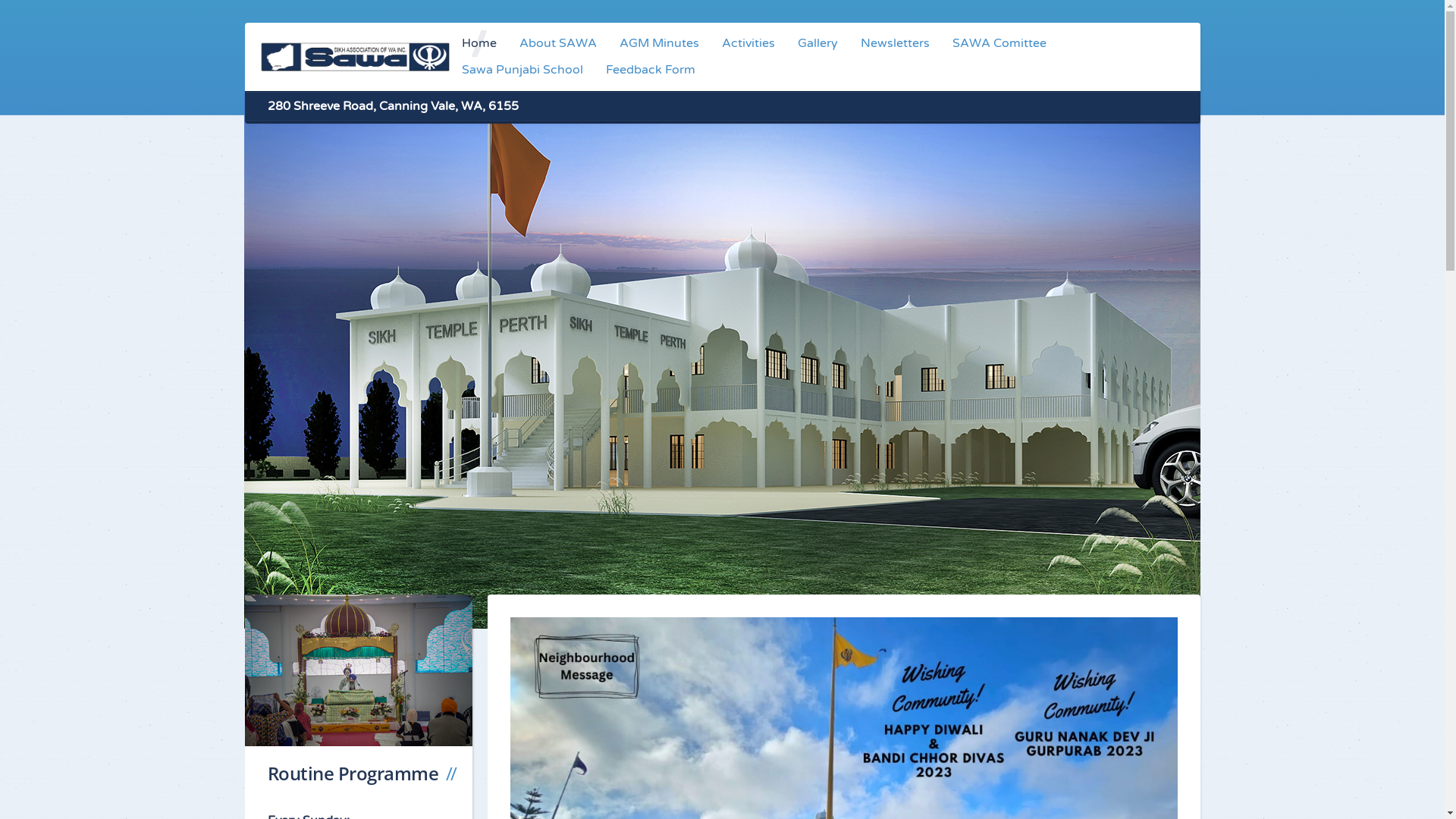 Image resolution: width=1456 pixels, height=819 pixels. Describe the element at coordinates (659, 42) in the screenshot. I see `'AGM Minutes'` at that location.